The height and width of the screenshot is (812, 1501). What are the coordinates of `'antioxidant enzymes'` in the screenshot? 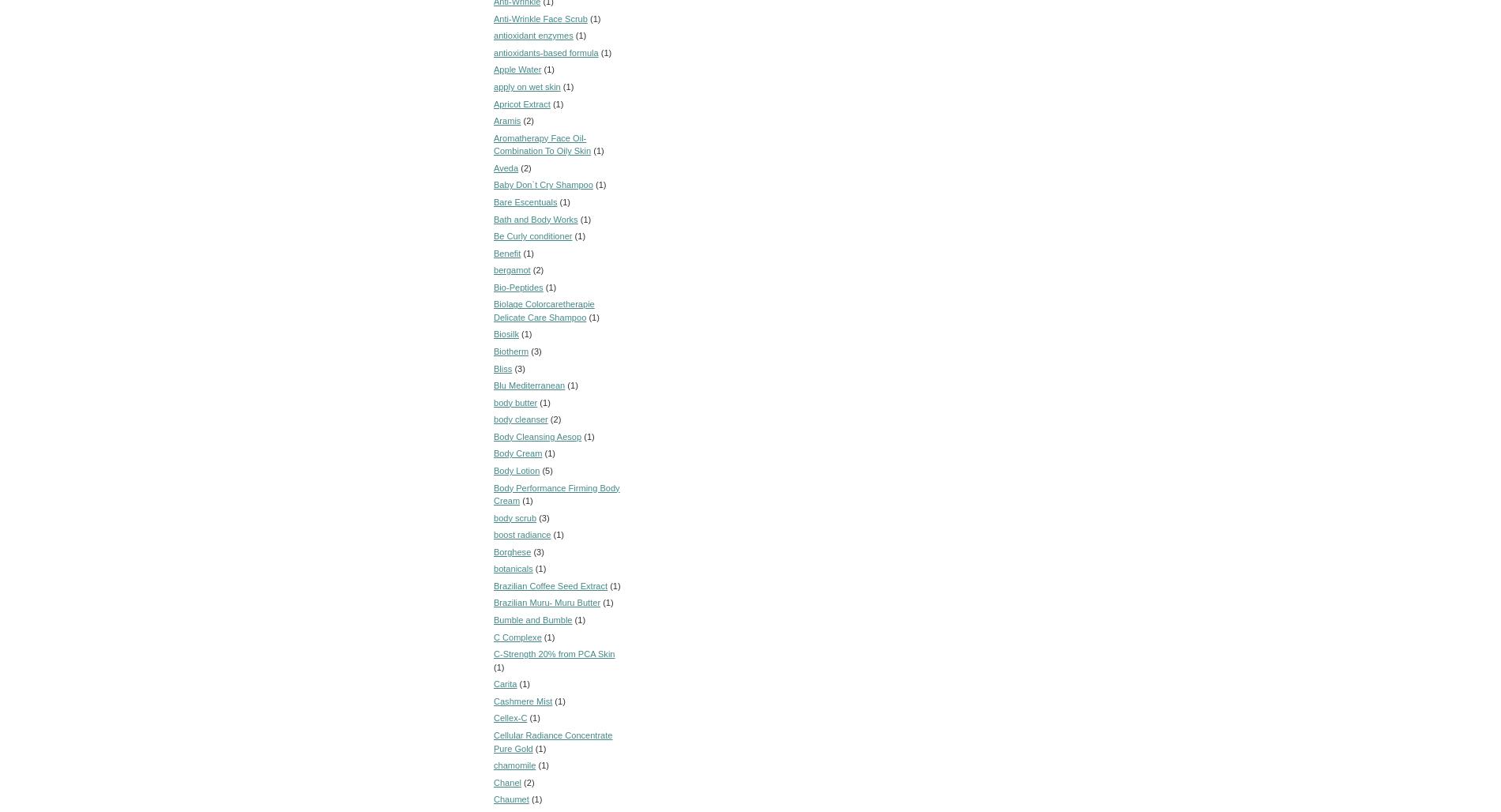 It's located at (533, 36).